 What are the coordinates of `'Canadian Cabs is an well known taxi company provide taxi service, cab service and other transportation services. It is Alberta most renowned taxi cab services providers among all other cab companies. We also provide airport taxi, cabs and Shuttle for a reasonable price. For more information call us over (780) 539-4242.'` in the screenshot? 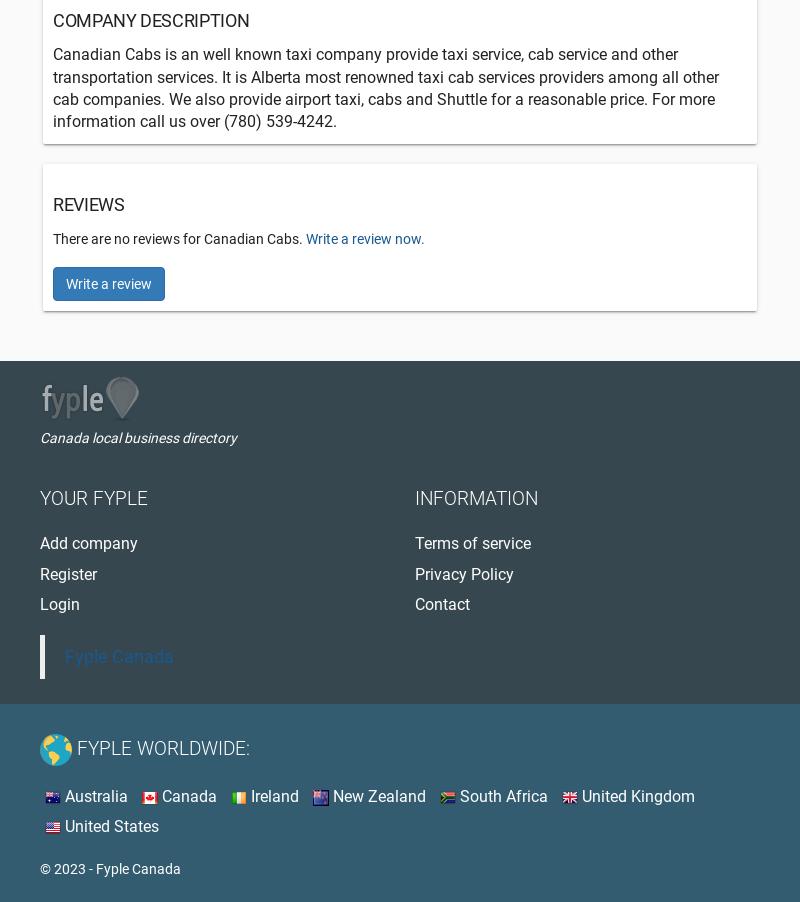 It's located at (385, 88).